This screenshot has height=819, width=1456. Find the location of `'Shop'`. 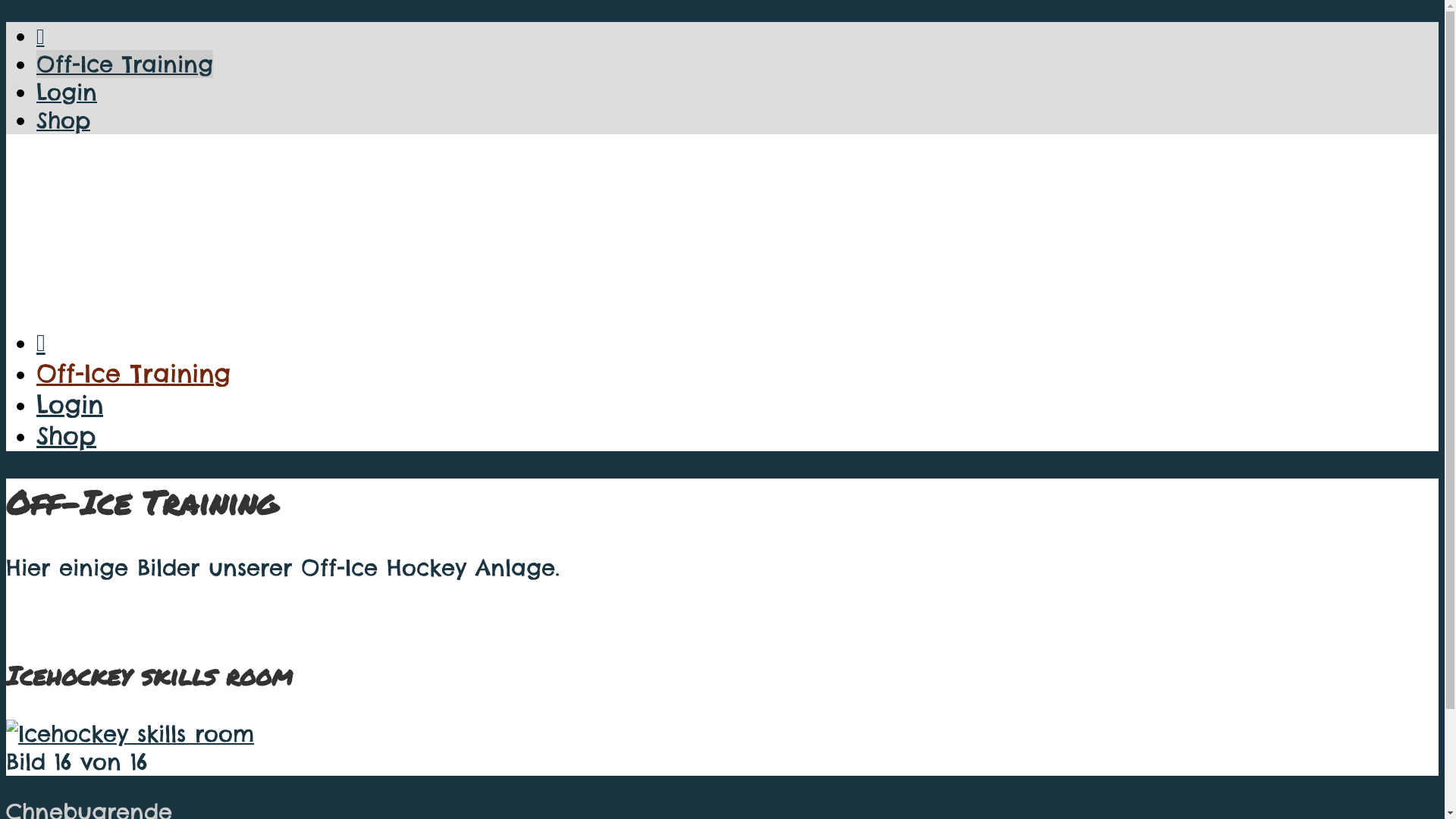

'Shop' is located at coordinates (65, 435).